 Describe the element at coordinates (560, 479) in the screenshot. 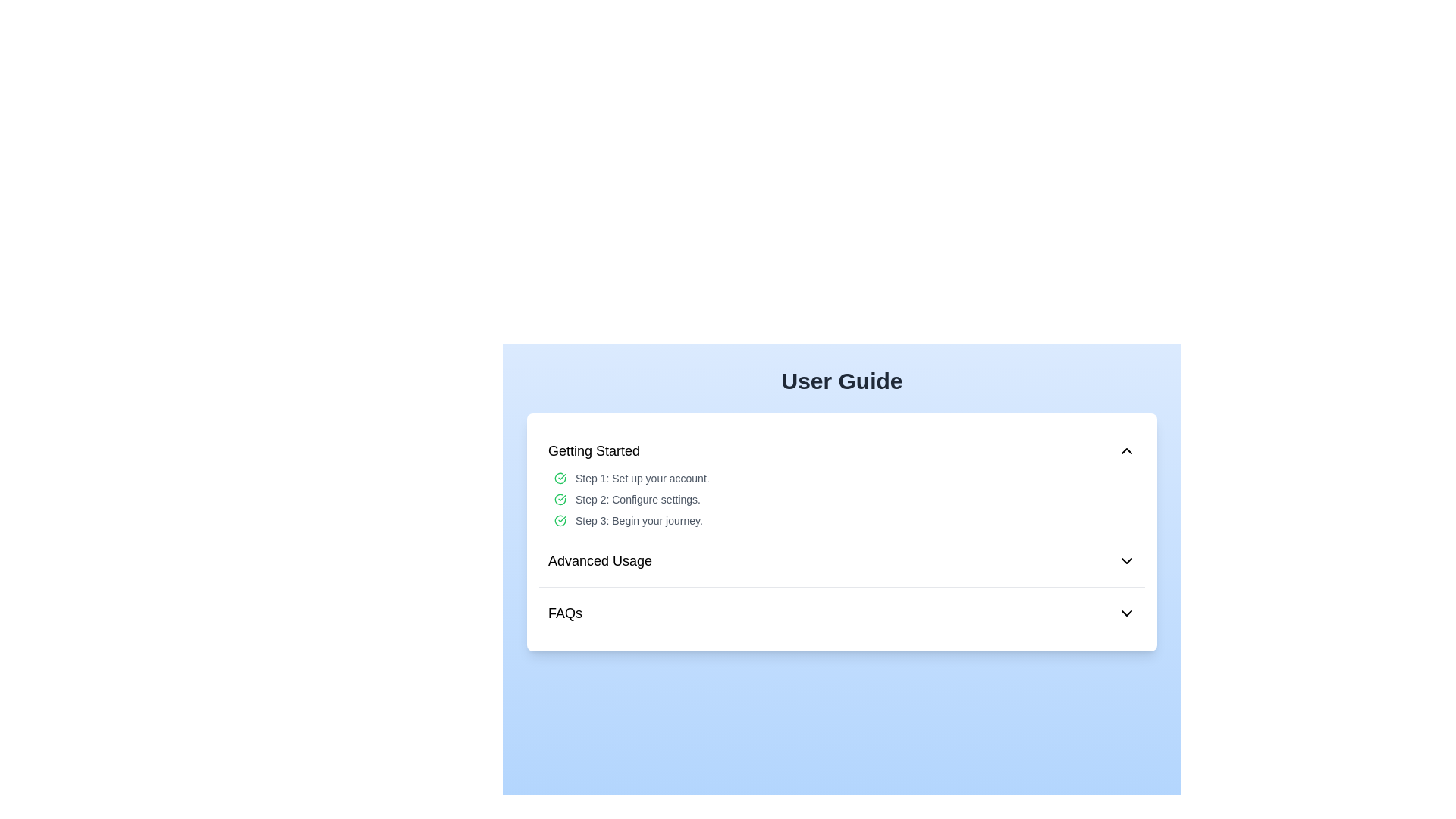

I see `the green circular icon with a checkmark, located adjacent to 'Step 1: Set up your account.'` at that location.